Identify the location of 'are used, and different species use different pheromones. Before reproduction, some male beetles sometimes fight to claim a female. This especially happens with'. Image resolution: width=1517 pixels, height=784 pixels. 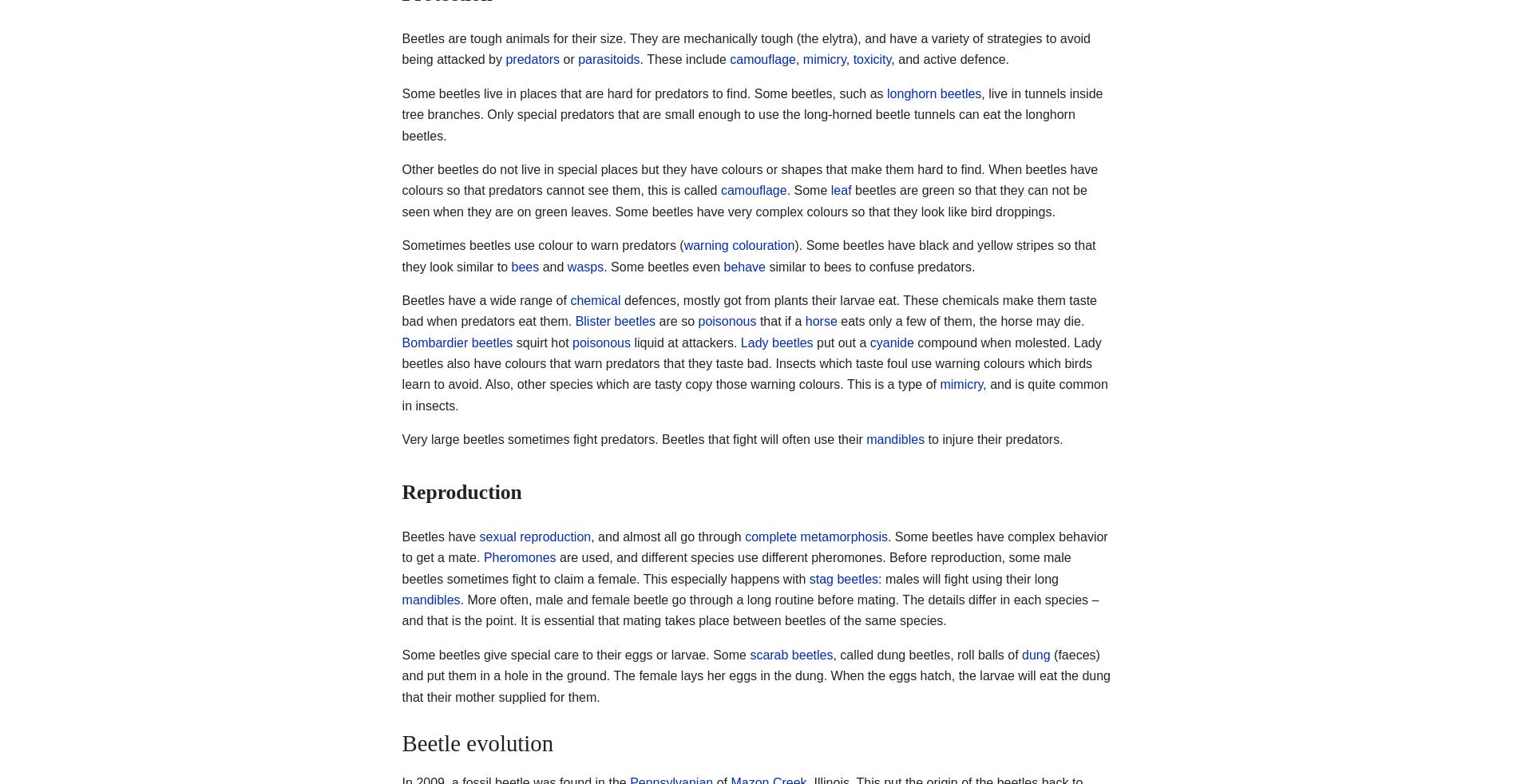
(735, 567).